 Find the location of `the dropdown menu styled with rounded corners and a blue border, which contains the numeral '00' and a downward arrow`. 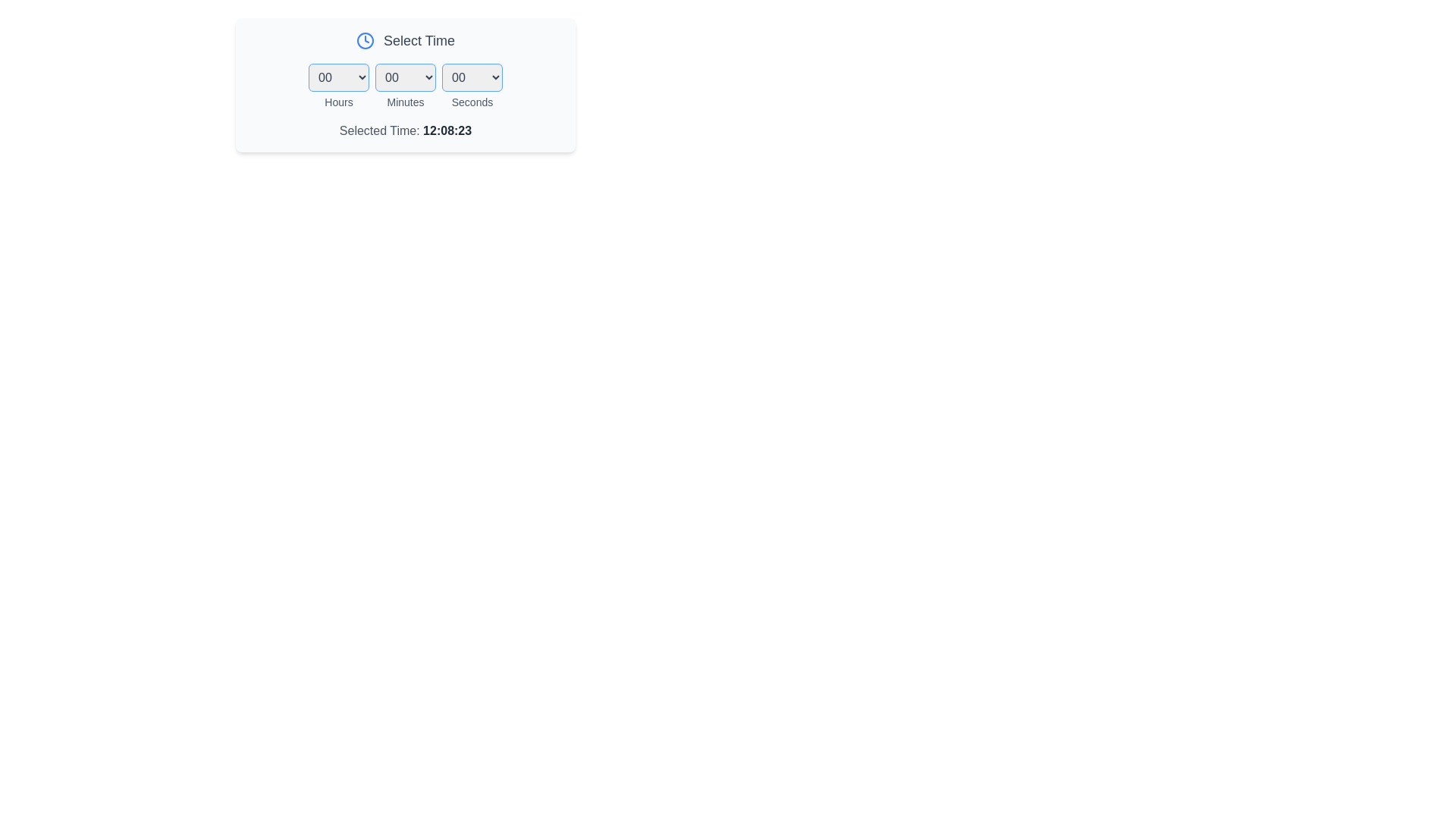

the dropdown menu styled with rounded corners and a blue border, which contains the numeral '00' and a downward arrow is located at coordinates (405, 77).